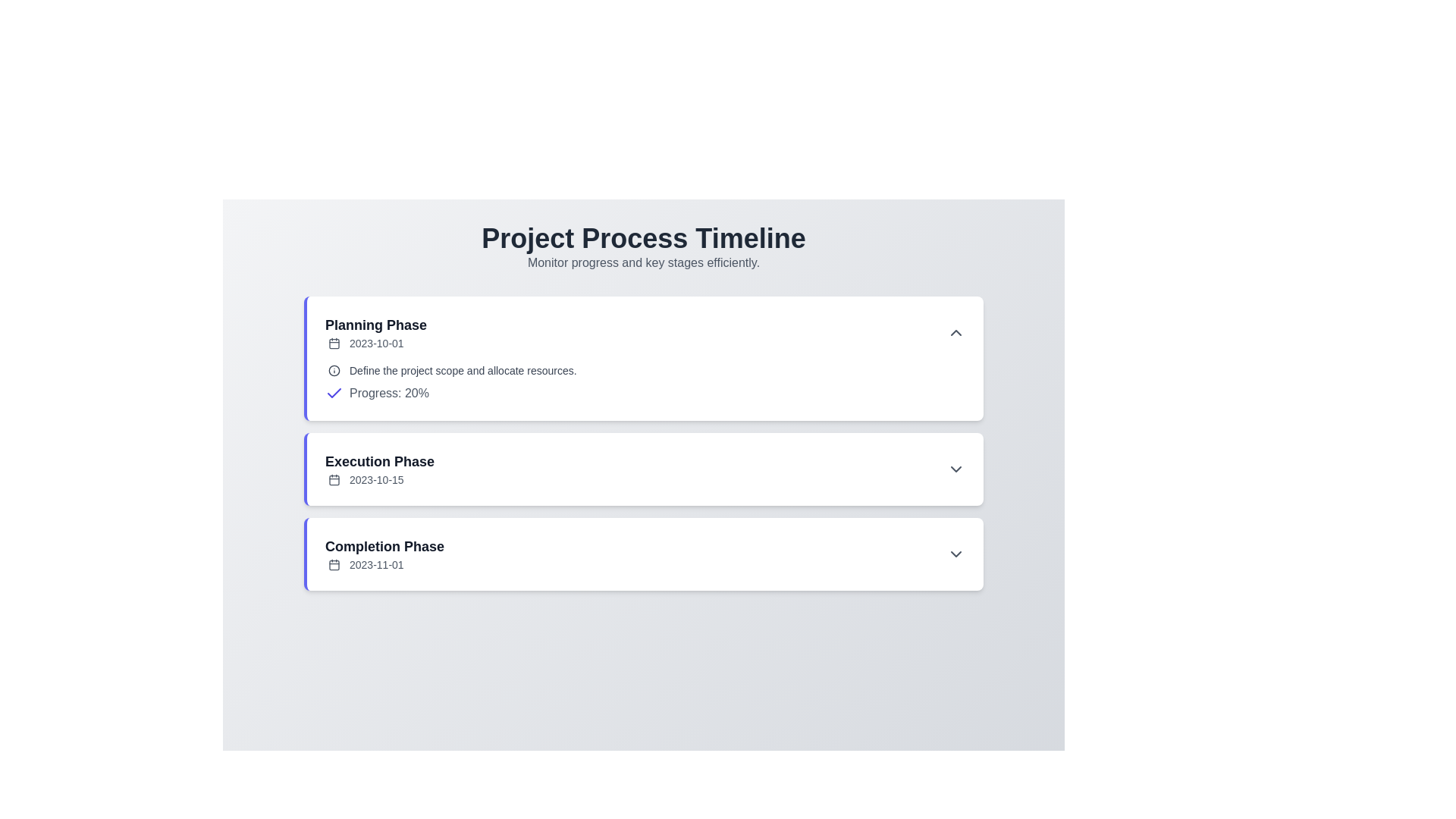 Image resolution: width=1456 pixels, height=819 pixels. What do you see at coordinates (334, 371) in the screenshot?
I see `the circular shape that is part of an information icon in the SVG graphic, which is the largest circle and positioned to the left of individual timeline items' descriptions` at bounding box center [334, 371].